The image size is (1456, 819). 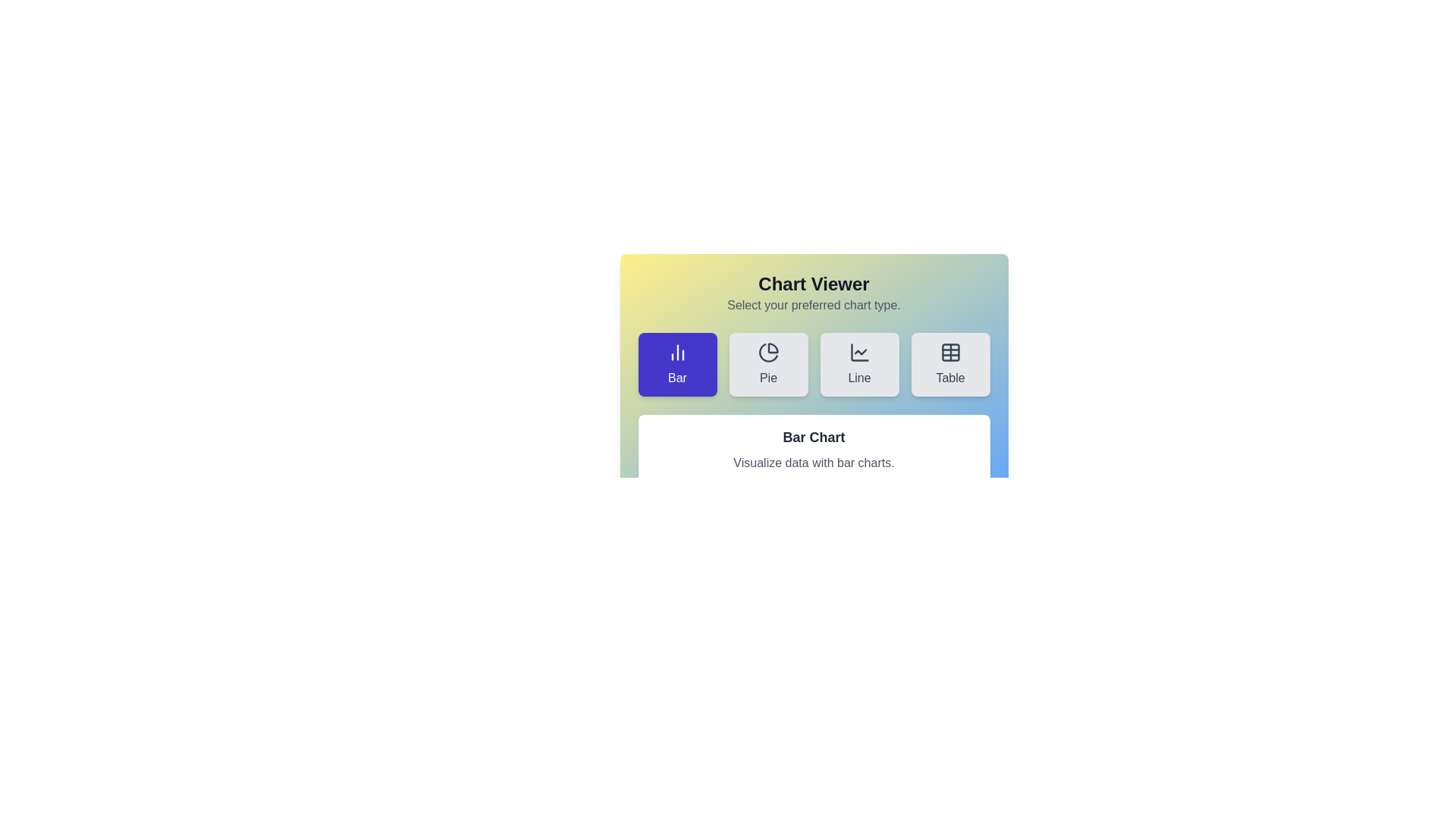 I want to click on the text content of the label that indicates it represents a line chart, located below the line chart icon in the chart type selection group, so click(x=859, y=377).